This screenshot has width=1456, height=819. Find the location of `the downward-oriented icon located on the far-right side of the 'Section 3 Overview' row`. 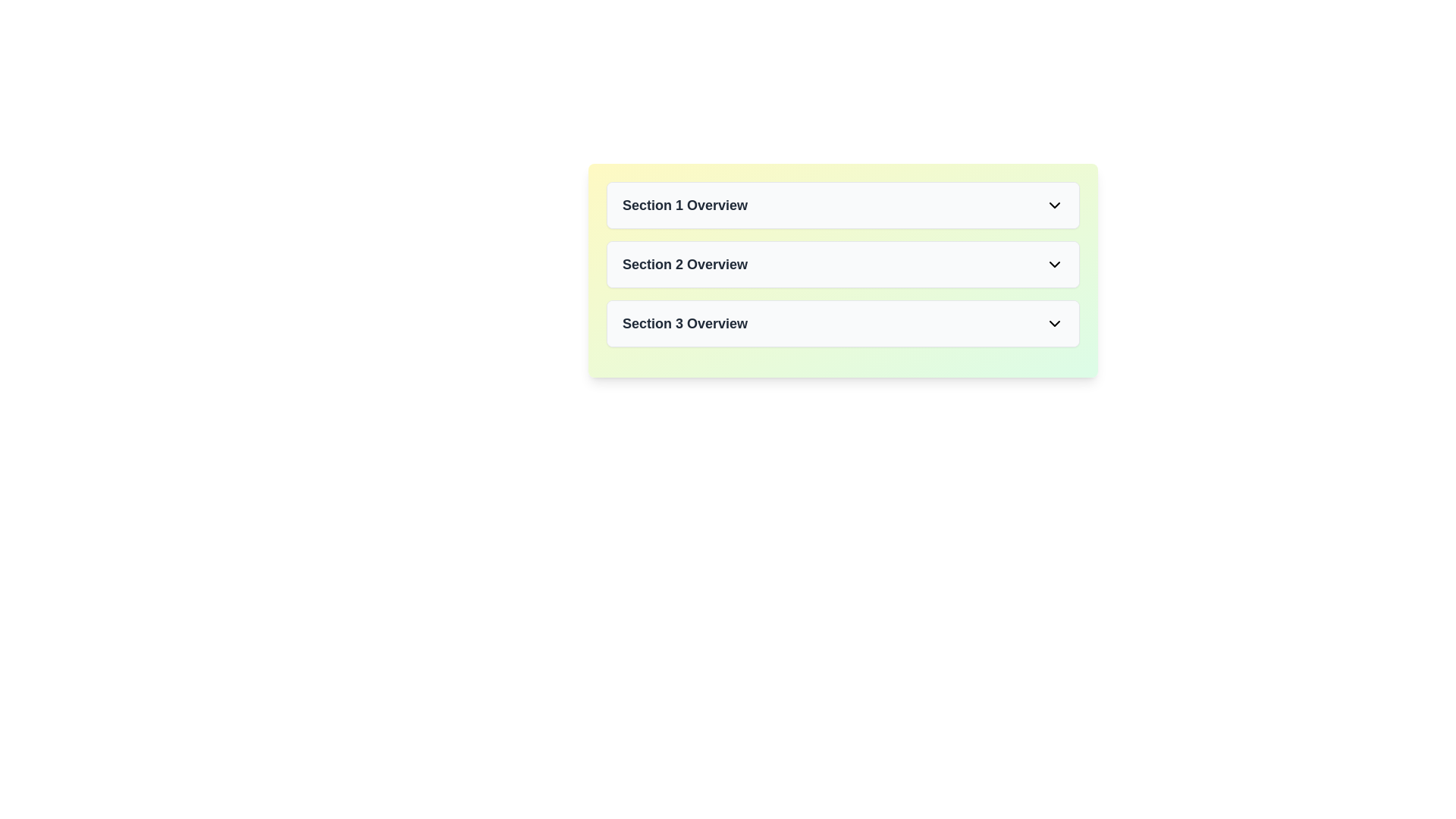

the downward-oriented icon located on the far-right side of the 'Section 3 Overview' row is located at coordinates (1054, 323).